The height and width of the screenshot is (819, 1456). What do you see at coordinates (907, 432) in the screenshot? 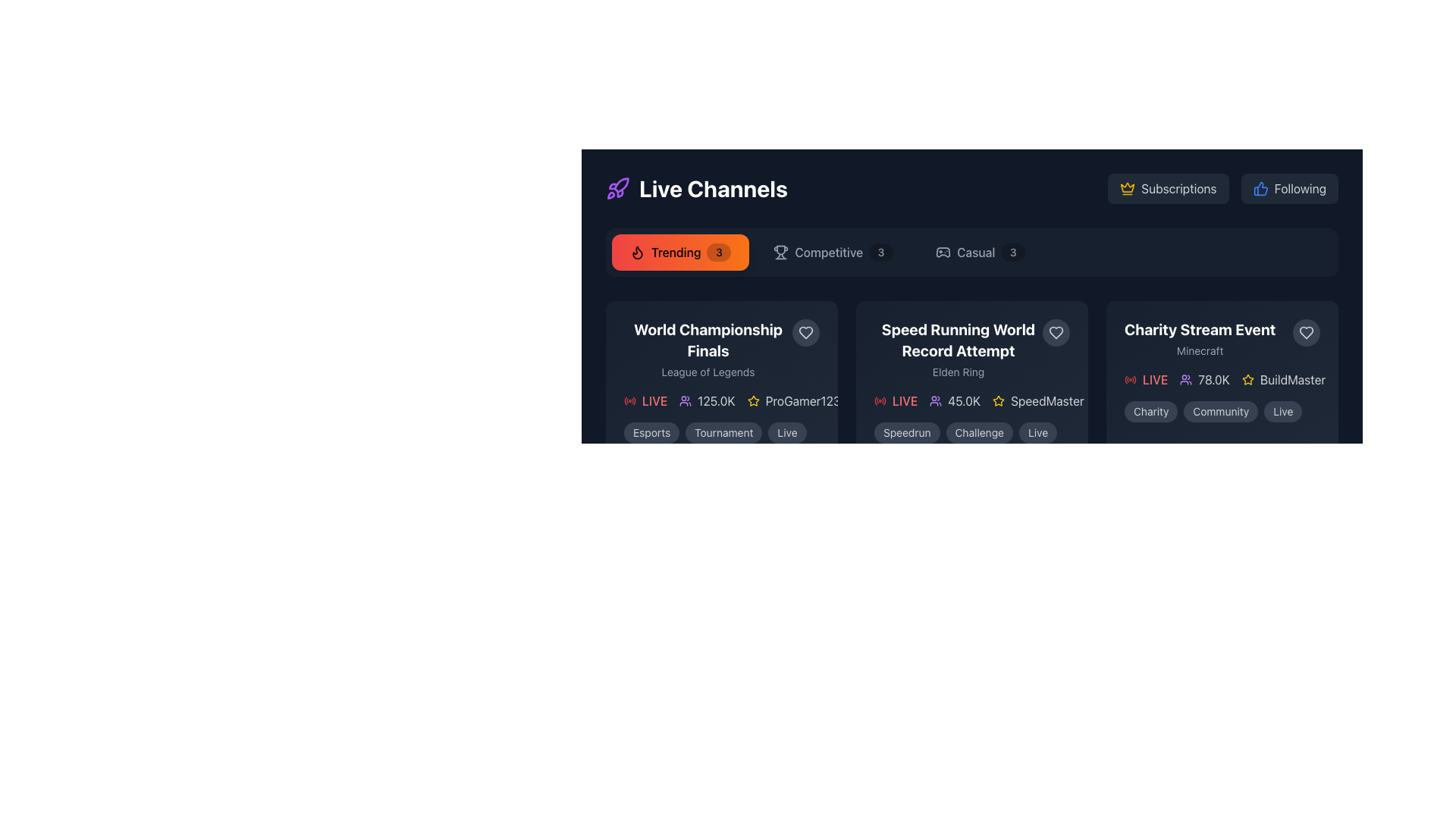
I see `the first label, 'Speedrun', located at the bottom left of the 'Speed Running World Record Attempt' card in the 'Live Channels' section` at bounding box center [907, 432].